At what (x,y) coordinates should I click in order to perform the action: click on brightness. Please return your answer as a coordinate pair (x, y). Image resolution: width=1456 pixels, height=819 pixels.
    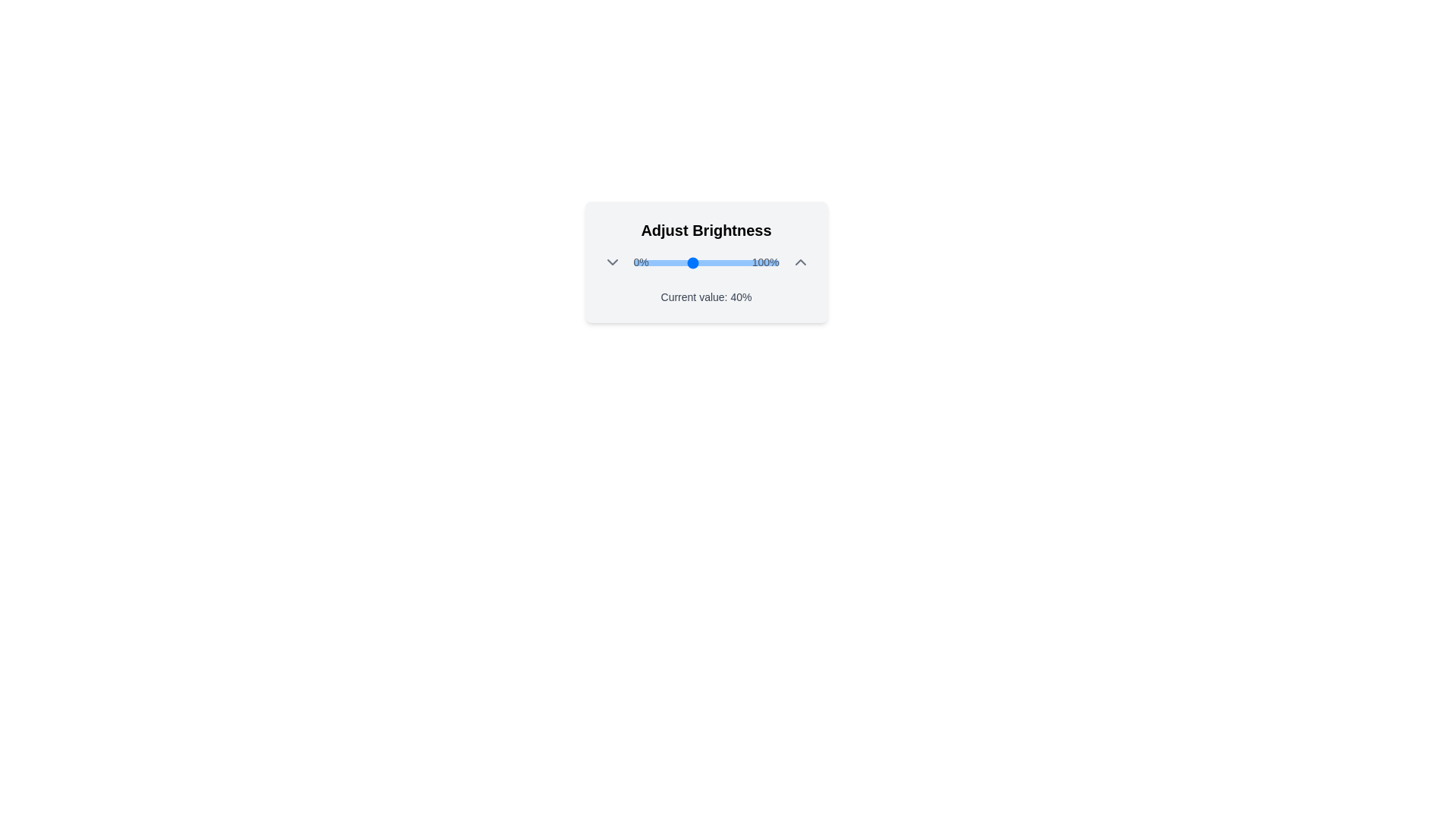
    Looking at the image, I should click on (657, 262).